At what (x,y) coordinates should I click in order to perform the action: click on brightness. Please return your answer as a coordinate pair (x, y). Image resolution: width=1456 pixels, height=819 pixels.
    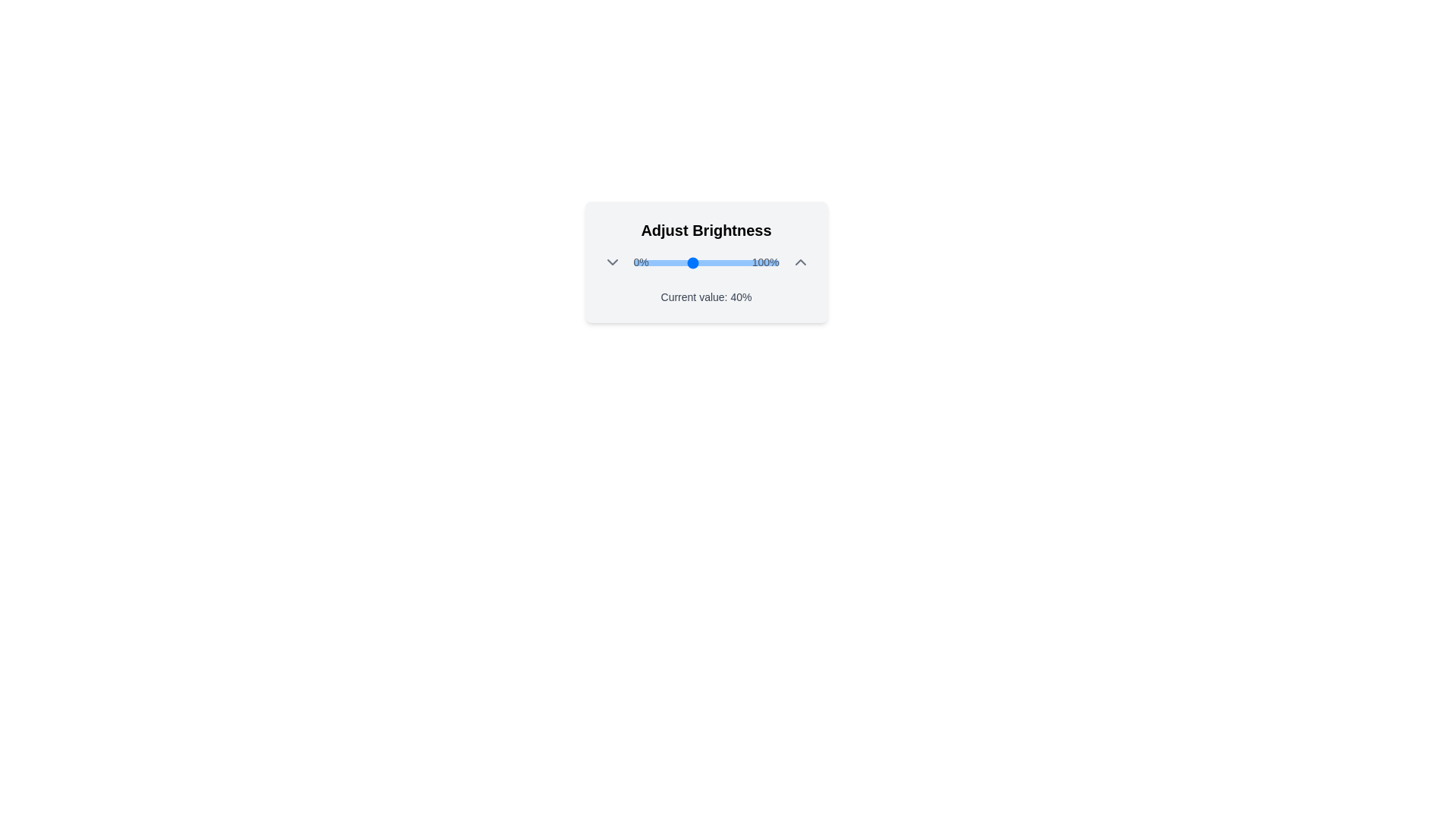
    Looking at the image, I should click on (657, 262).